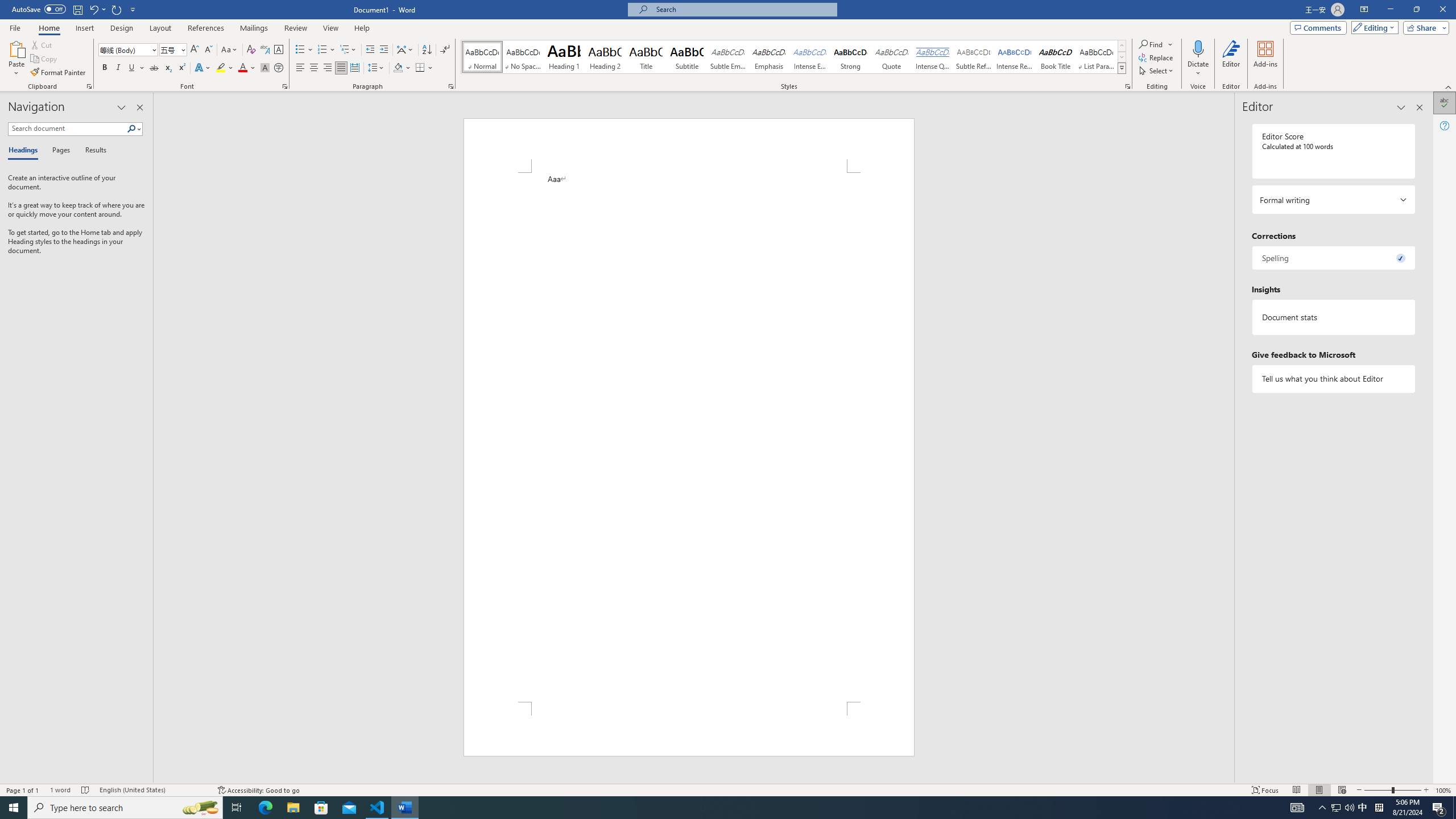 The width and height of the screenshot is (1456, 819). What do you see at coordinates (768, 56) in the screenshot?
I see `'Emphasis'` at bounding box center [768, 56].